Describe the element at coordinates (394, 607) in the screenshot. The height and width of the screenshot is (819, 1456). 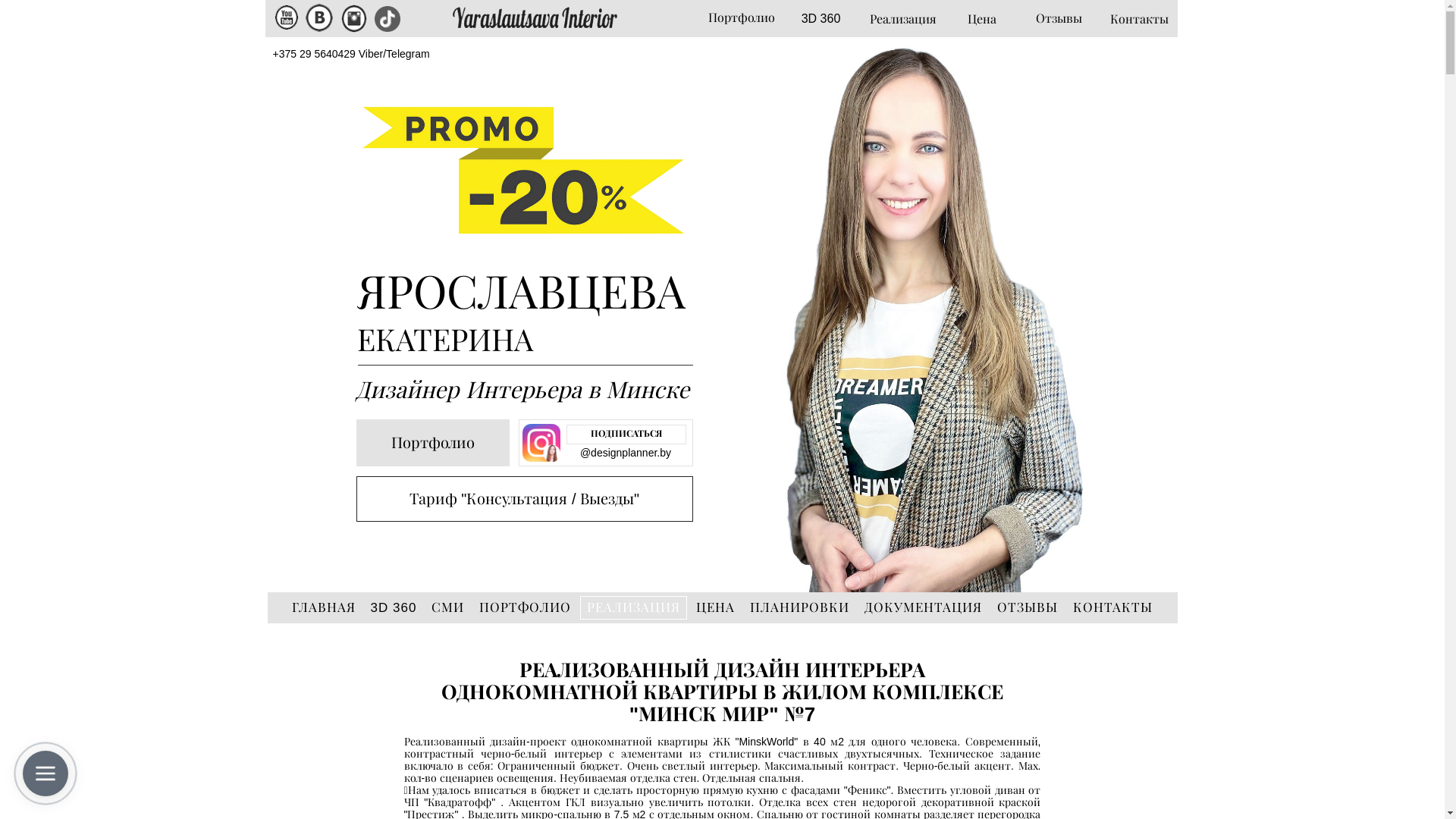
I see `'3D 360'` at that location.